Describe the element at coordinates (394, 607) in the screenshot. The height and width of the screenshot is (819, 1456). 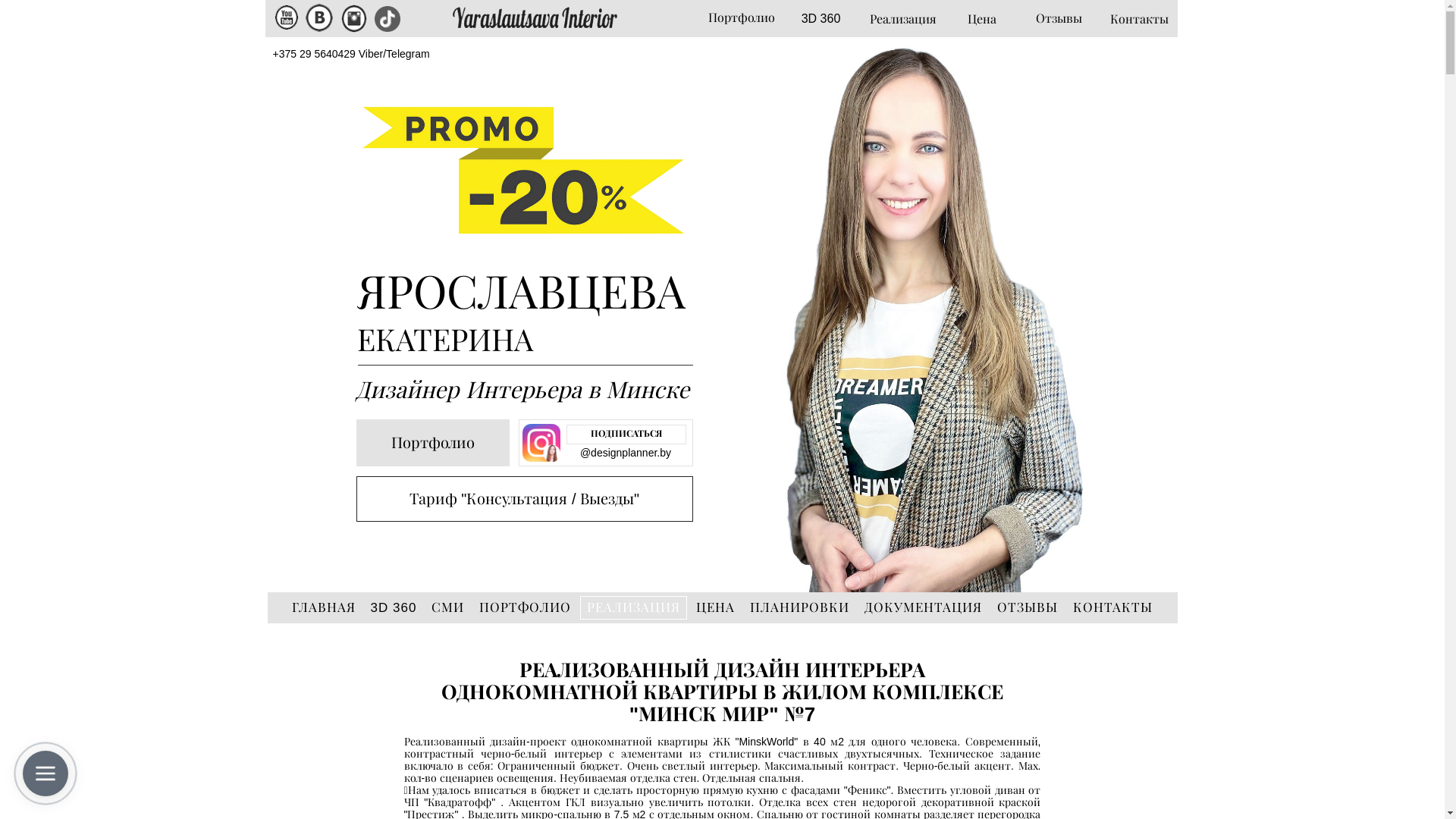
I see `'3D 360'` at that location.